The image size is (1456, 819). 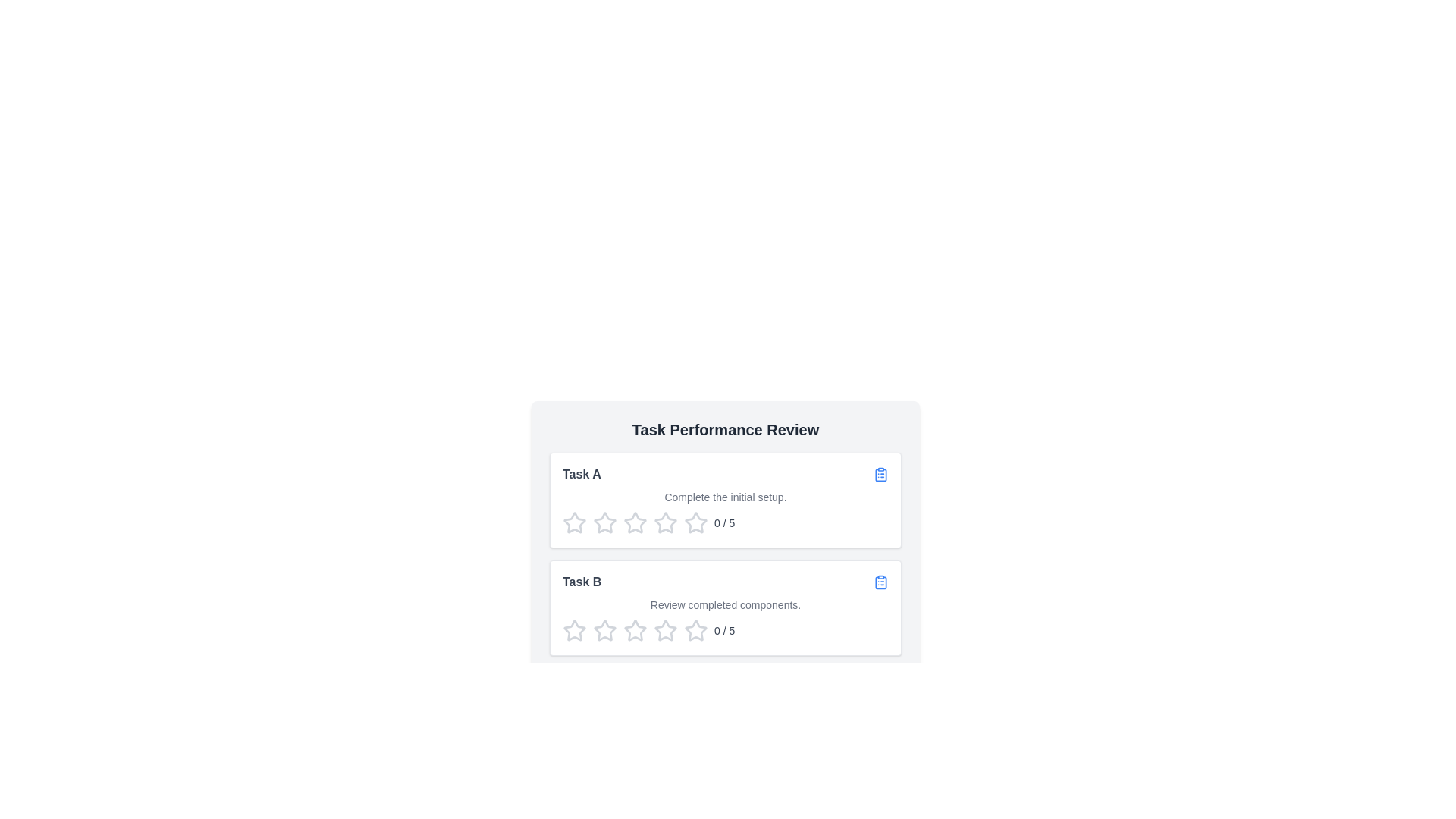 What do you see at coordinates (574, 630) in the screenshot?
I see `the first interactive rating star icon in the second rating row under the 'Task B' section` at bounding box center [574, 630].